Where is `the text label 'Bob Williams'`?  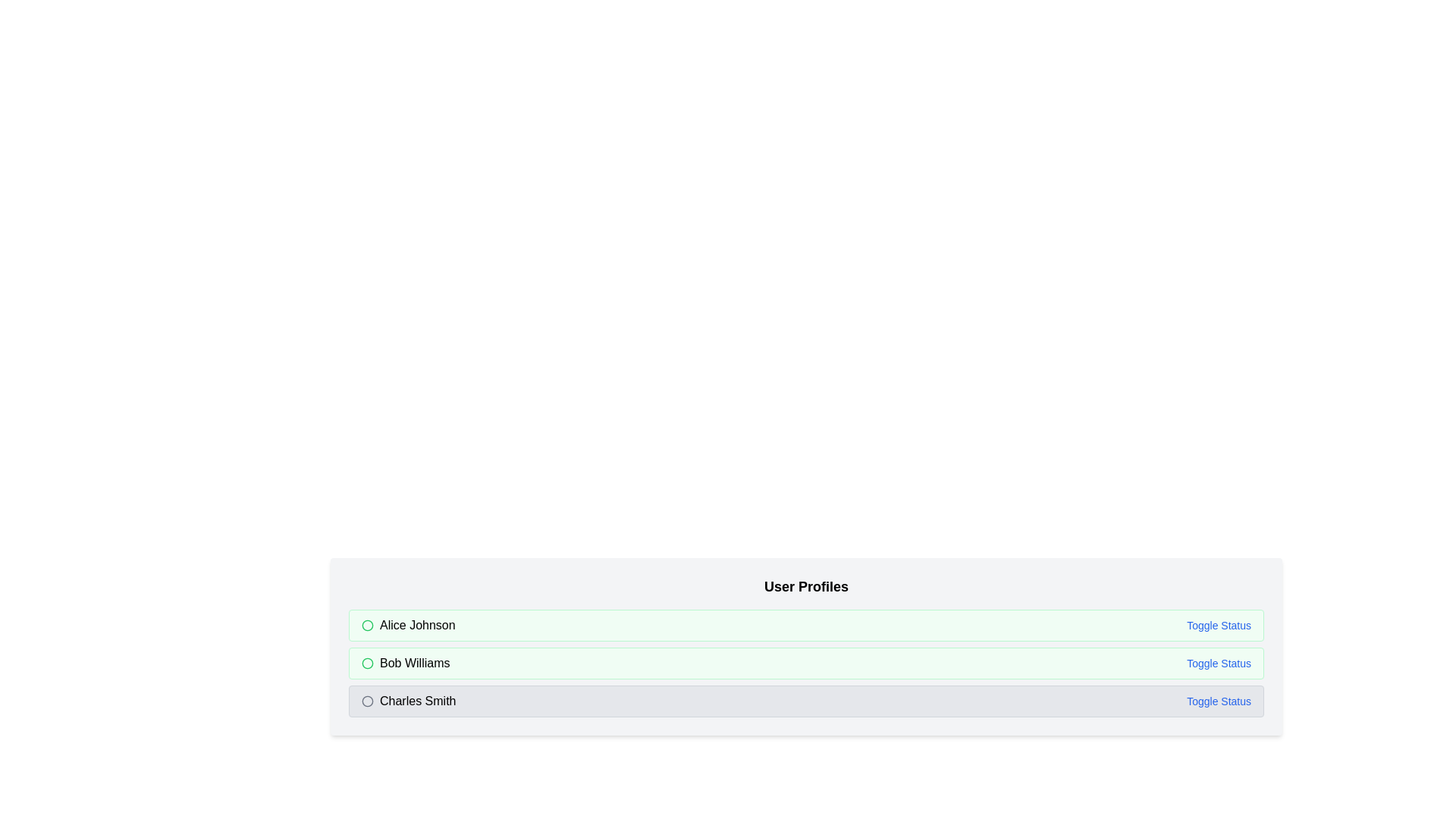
the text label 'Bob Williams' is located at coordinates (415, 663).